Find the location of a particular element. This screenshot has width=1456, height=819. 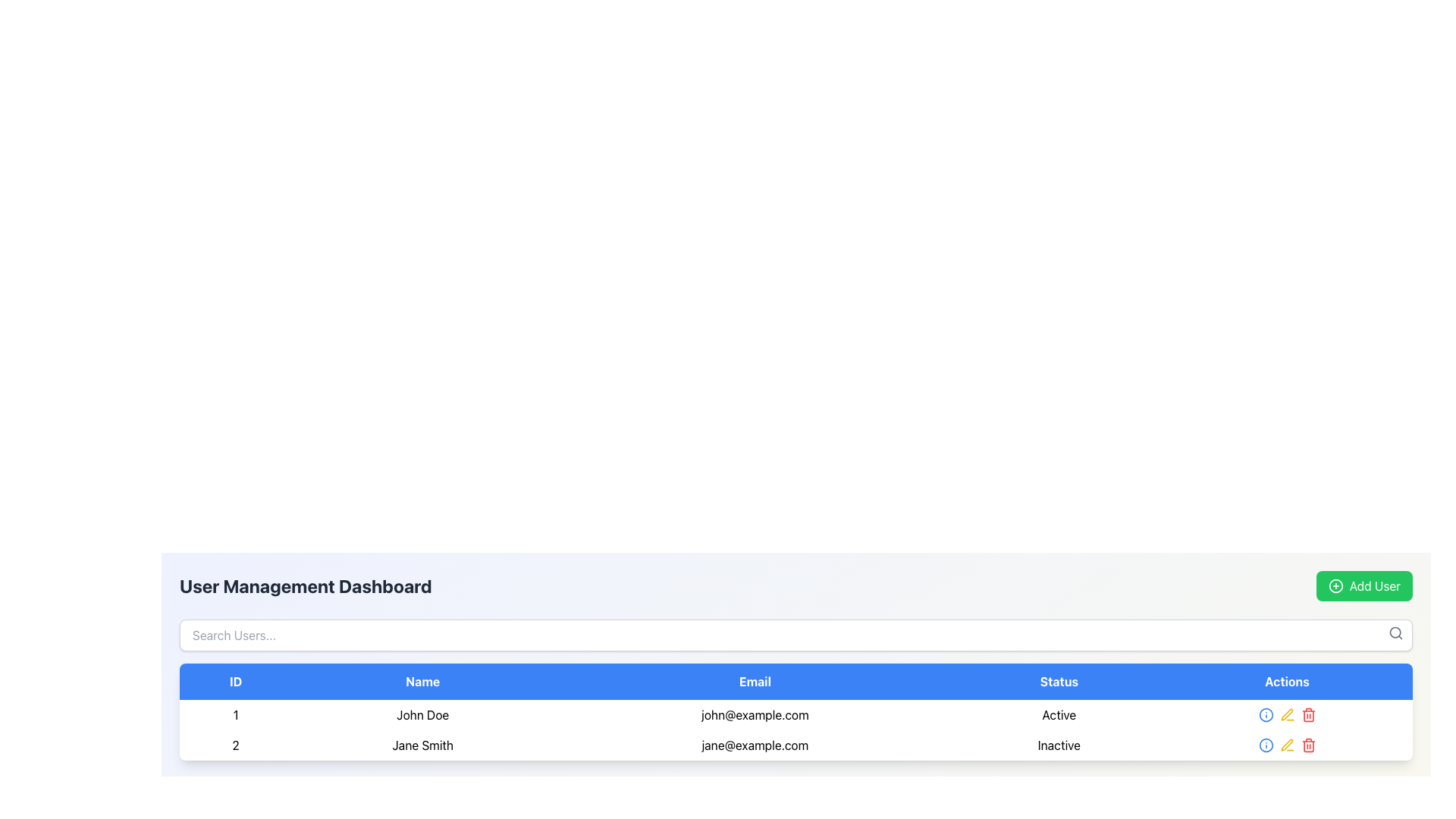

the 'Add User' icon located at the top-right corner of the interface, which serves as a visual indicator for adding a new user is located at coordinates (1335, 585).